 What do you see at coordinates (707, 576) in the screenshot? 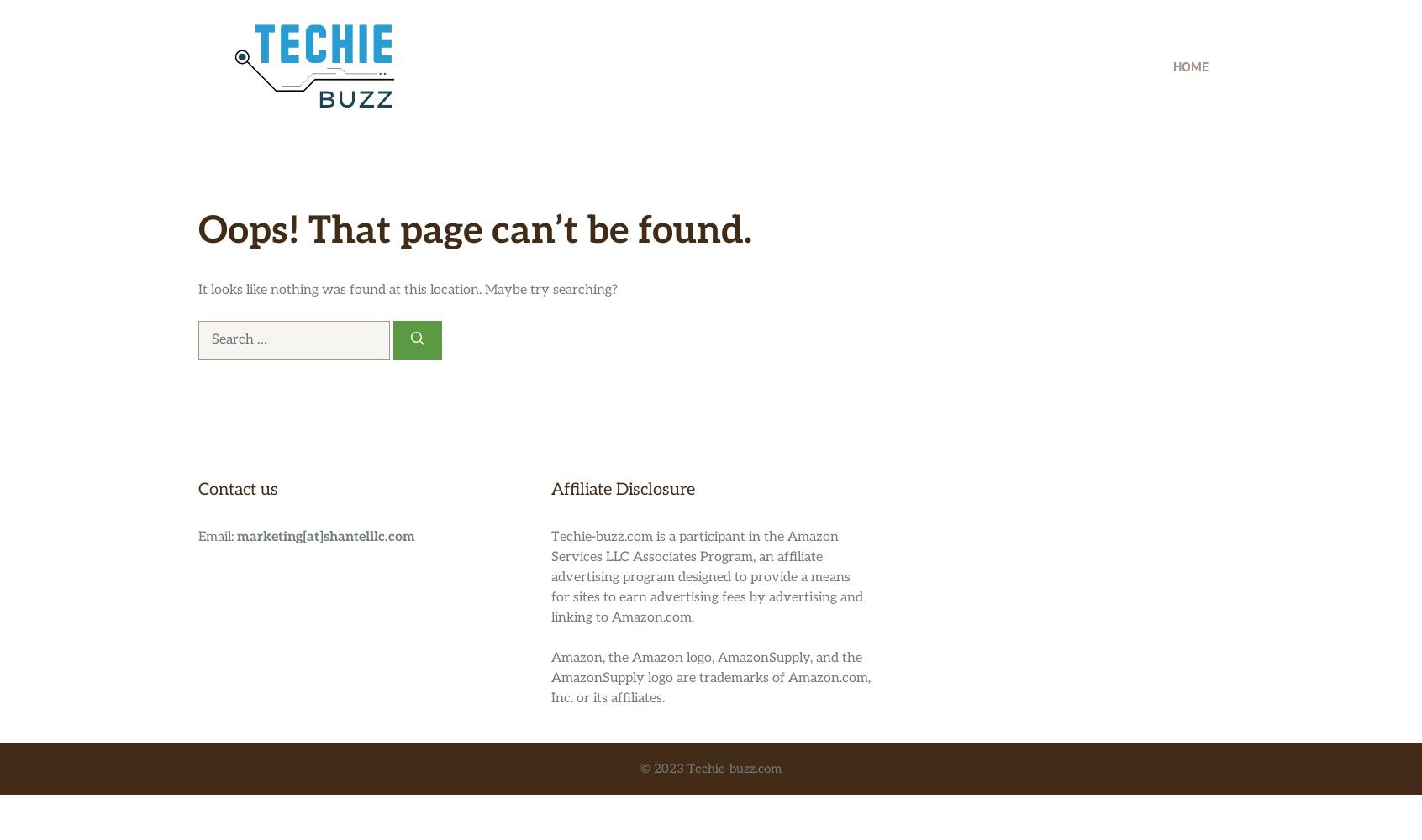
I see `'Techie-buzz.com is a participant in the Amazon Services LLC Associates Program, an affiliate advertising program designed to provide a means for sites to earn advertising fees by advertising and linking to Amazon.com.'` at bounding box center [707, 576].